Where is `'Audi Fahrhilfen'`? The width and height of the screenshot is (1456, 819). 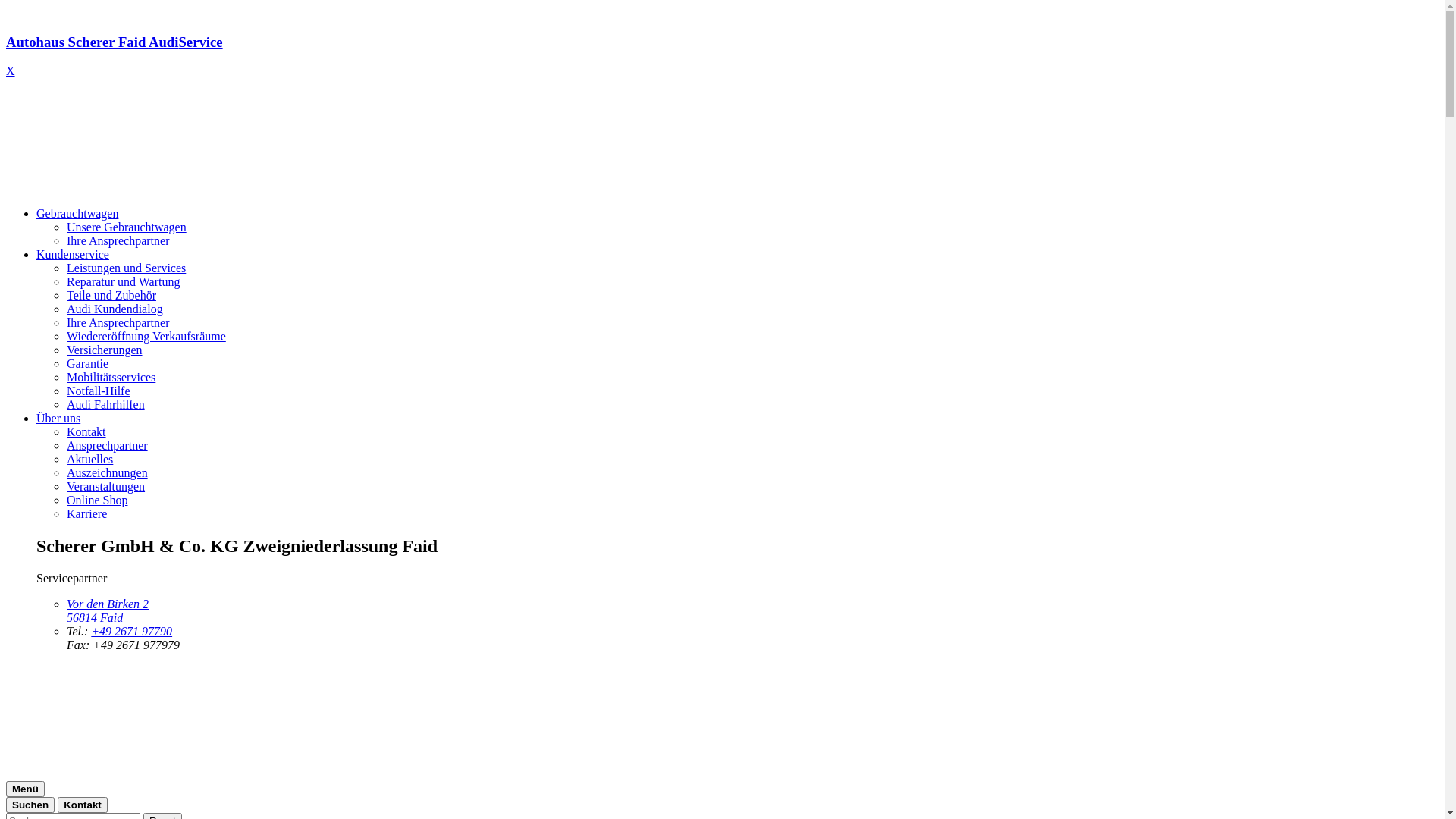 'Audi Fahrhilfen' is located at coordinates (105, 403).